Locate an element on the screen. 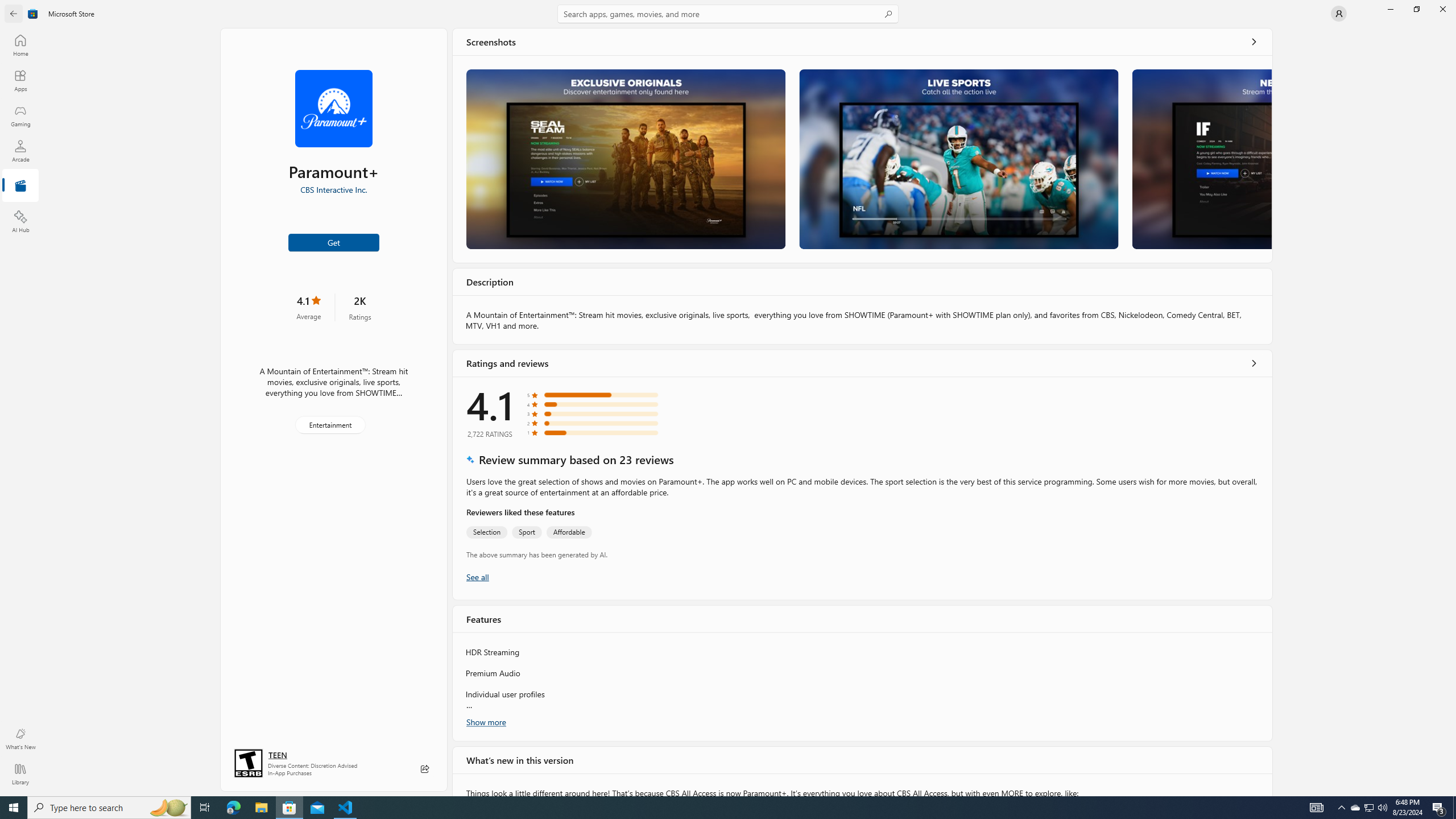  'Class: Image' is located at coordinates (32, 13).